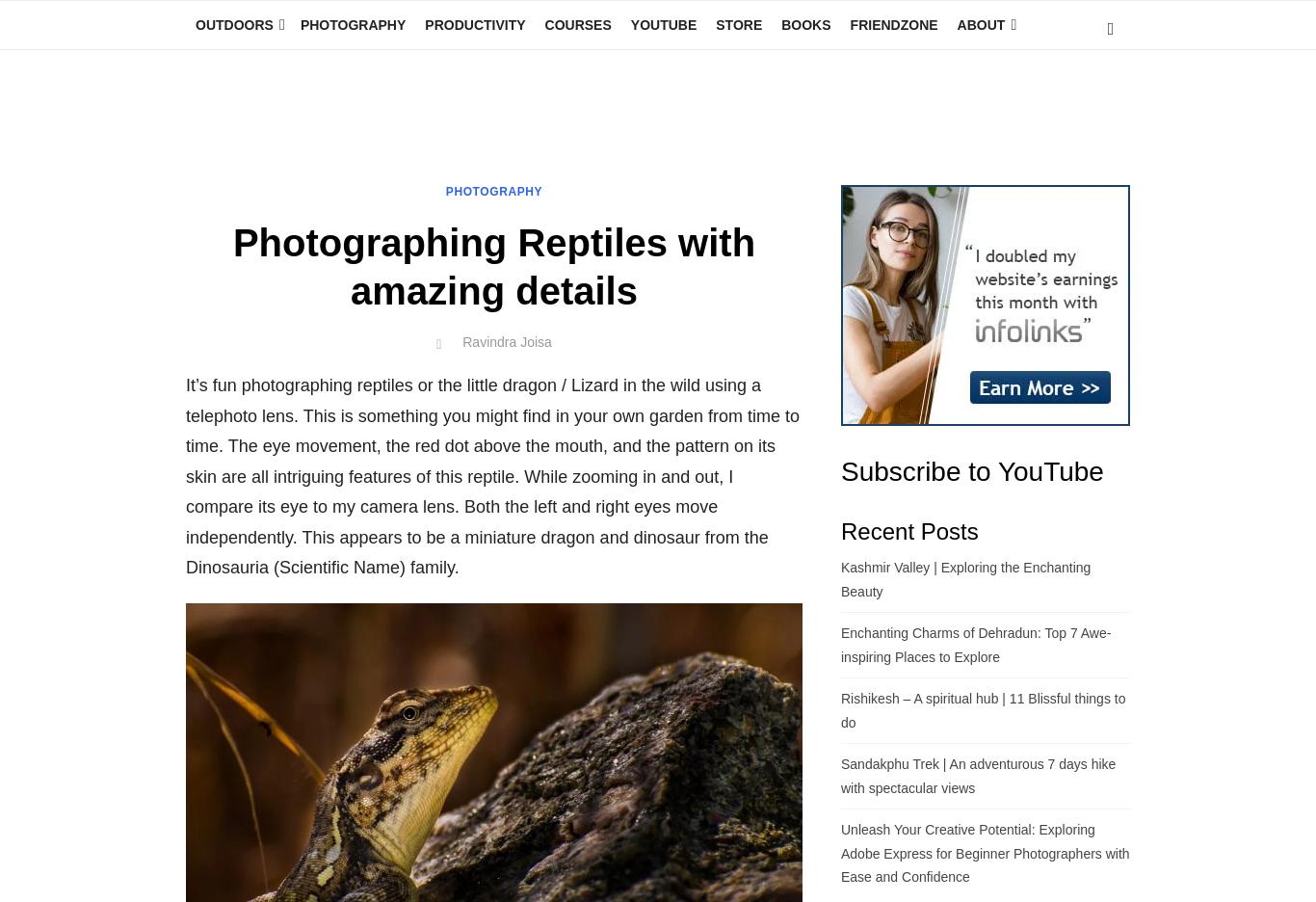  What do you see at coordinates (980, 24) in the screenshot?
I see `'About'` at bounding box center [980, 24].